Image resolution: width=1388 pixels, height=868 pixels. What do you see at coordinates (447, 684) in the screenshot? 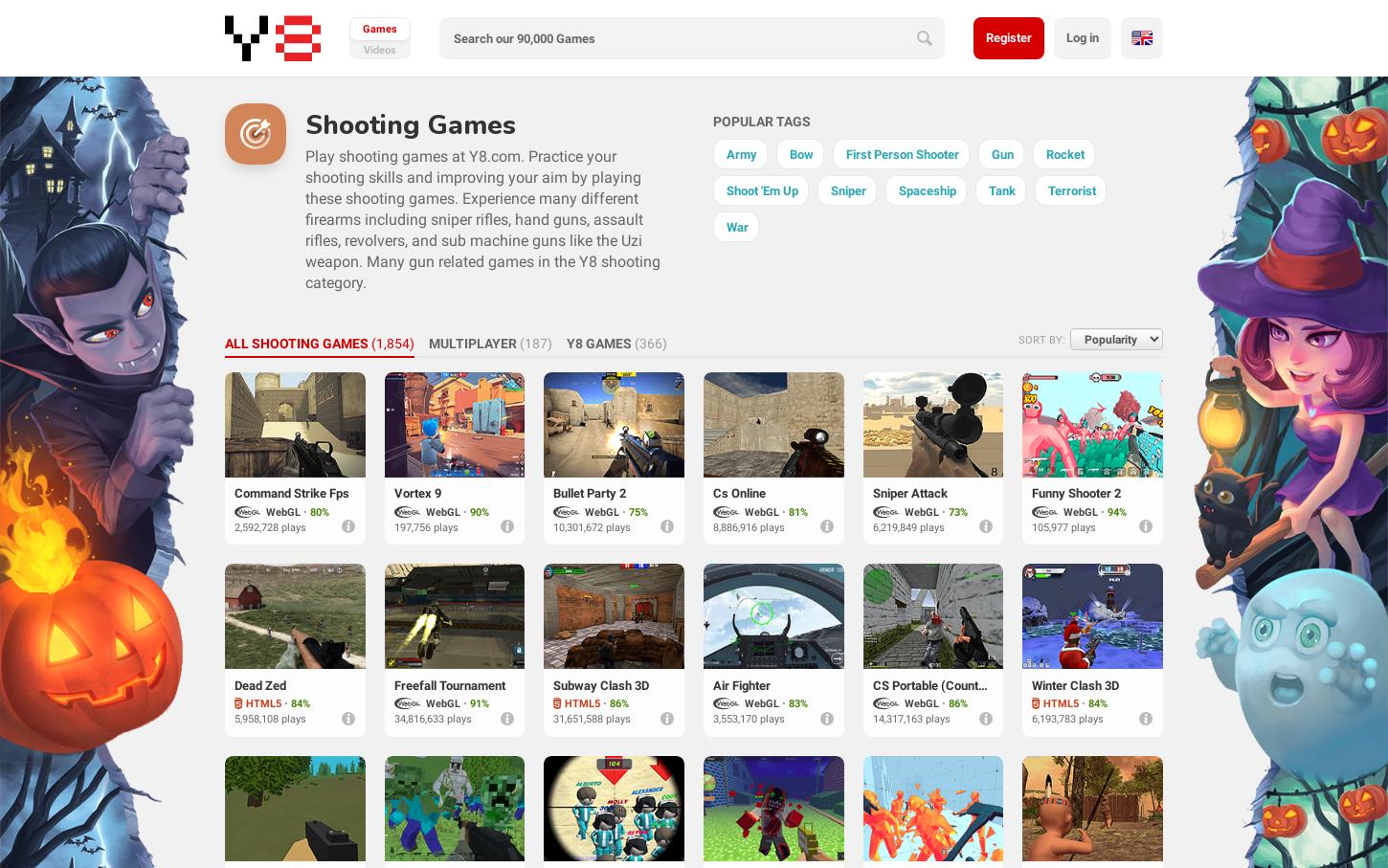
I see `'Freefall Tournament'` at bounding box center [447, 684].